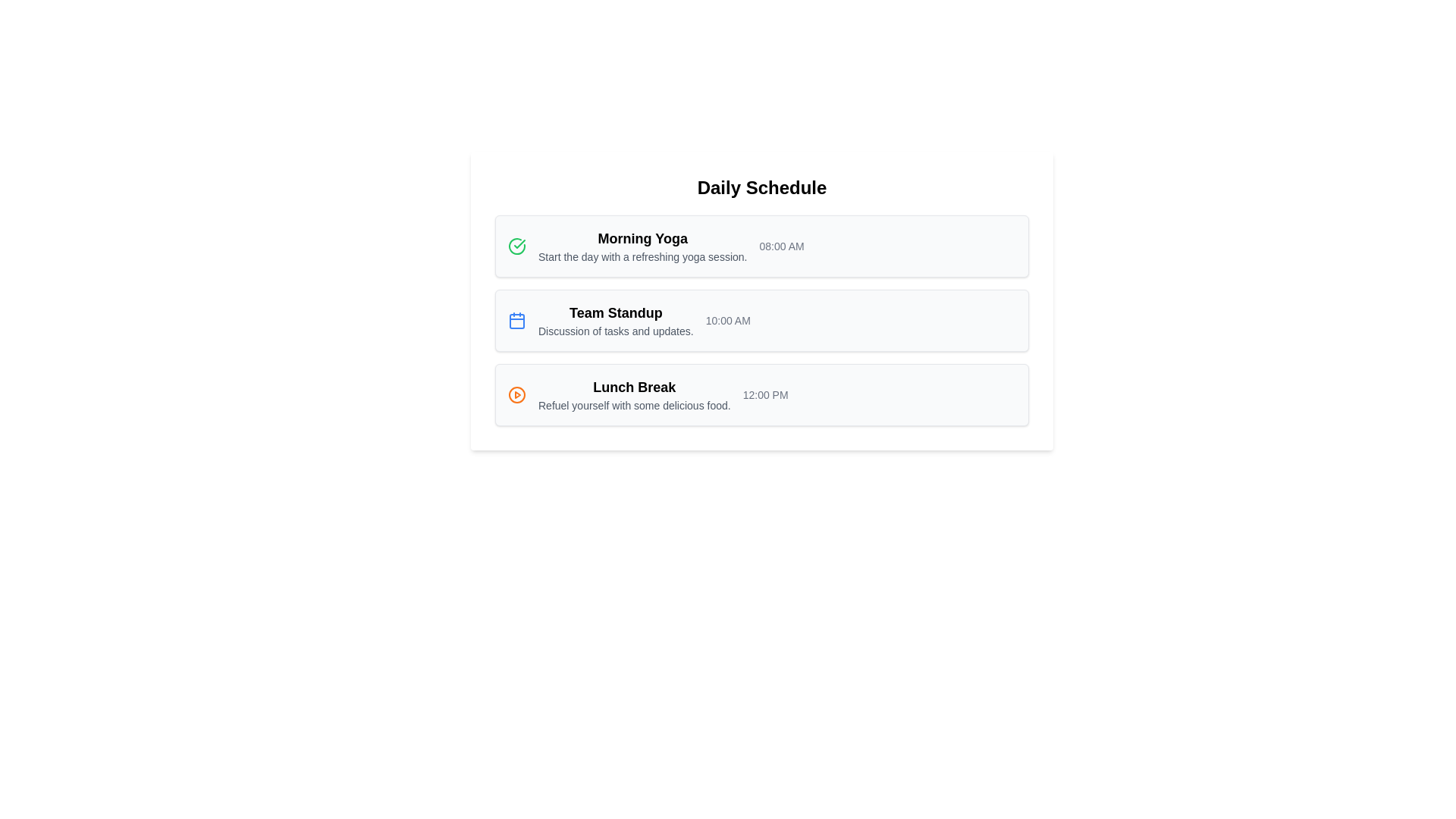  What do you see at coordinates (616, 320) in the screenshot?
I see `the Text Block that provides the title and description of the 'Team Standup' event, which is positioned between 'Morning Yoga' and 'Lunch Break' in the Daily Schedule` at bounding box center [616, 320].